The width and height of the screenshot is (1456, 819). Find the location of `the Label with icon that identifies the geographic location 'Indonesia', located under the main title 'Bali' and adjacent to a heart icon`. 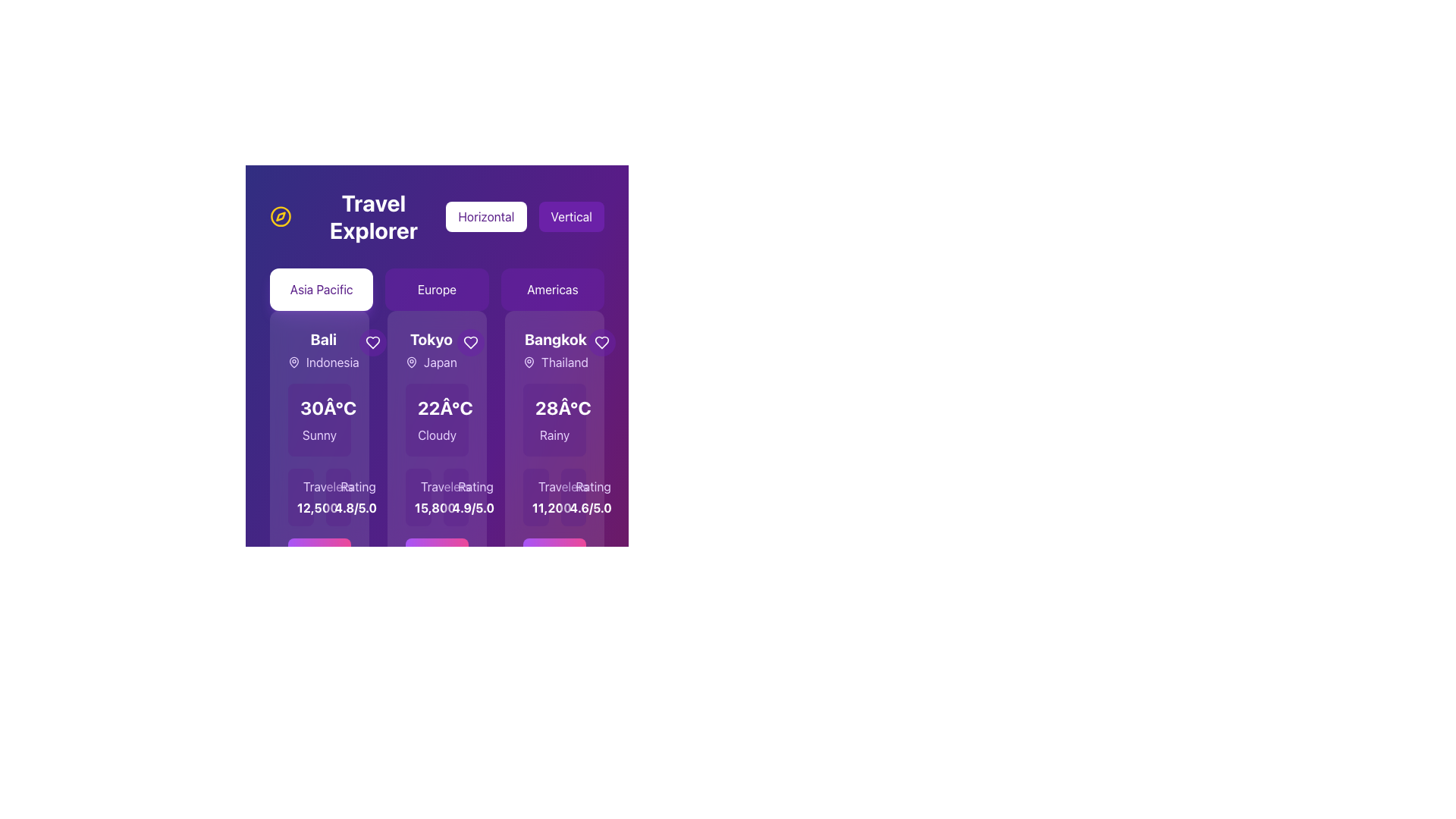

the Label with icon that identifies the geographic location 'Indonesia', located under the main title 'Bali' and adjacent to a heart icon is located at coordinates (322, 362).